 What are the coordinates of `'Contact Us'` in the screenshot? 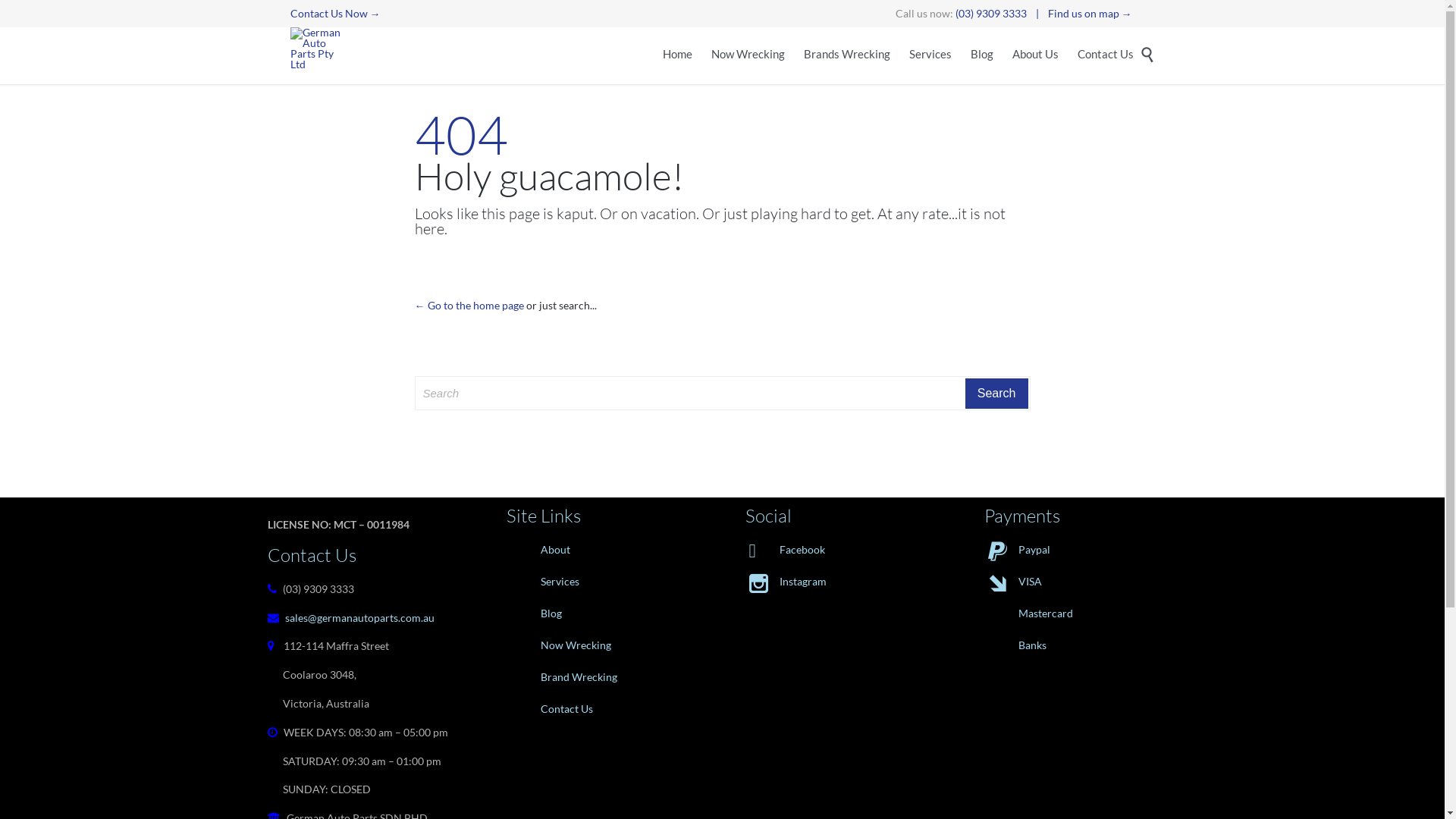 It's located at (1105, 55).